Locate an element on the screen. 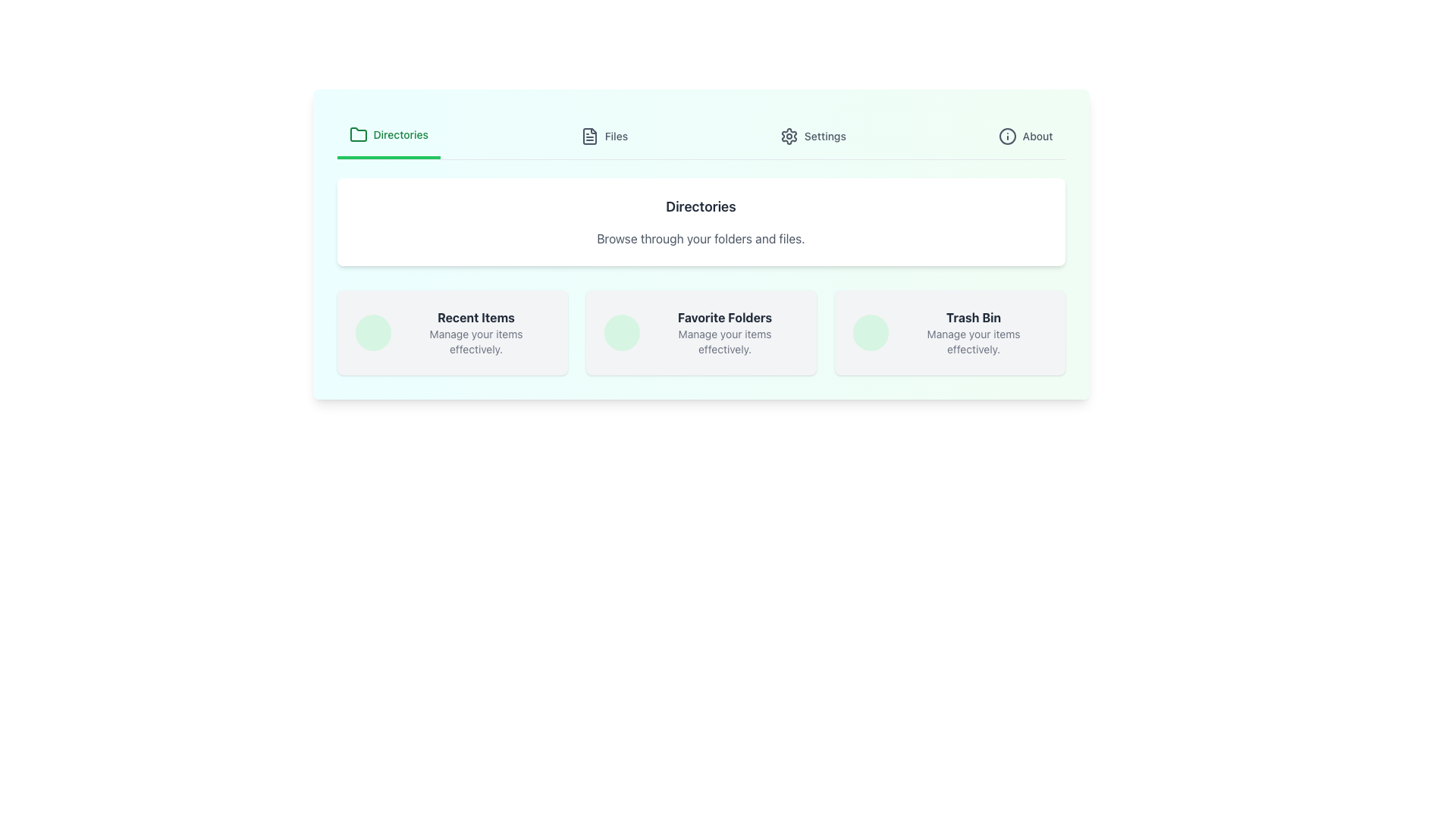 Image resolution: width=1456 pixels, height=819 pixels. the folder icon representing the 'Directories' tab located at the top-left corner of the page, adjacent to 'Files' and 'Settings' is located at coordinates (357, 133).